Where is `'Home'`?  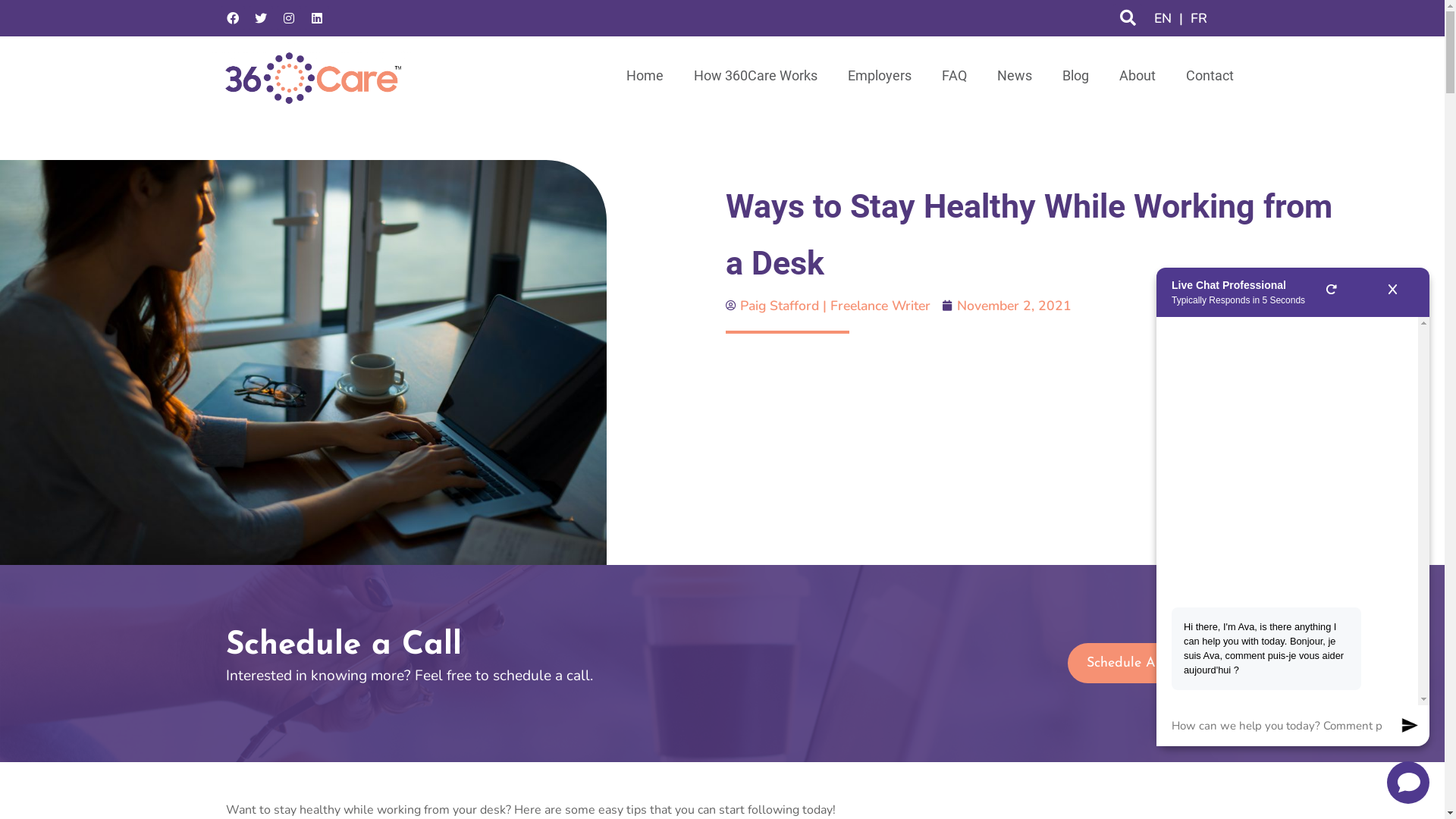
'Home' is located at coordinates (645, 76).